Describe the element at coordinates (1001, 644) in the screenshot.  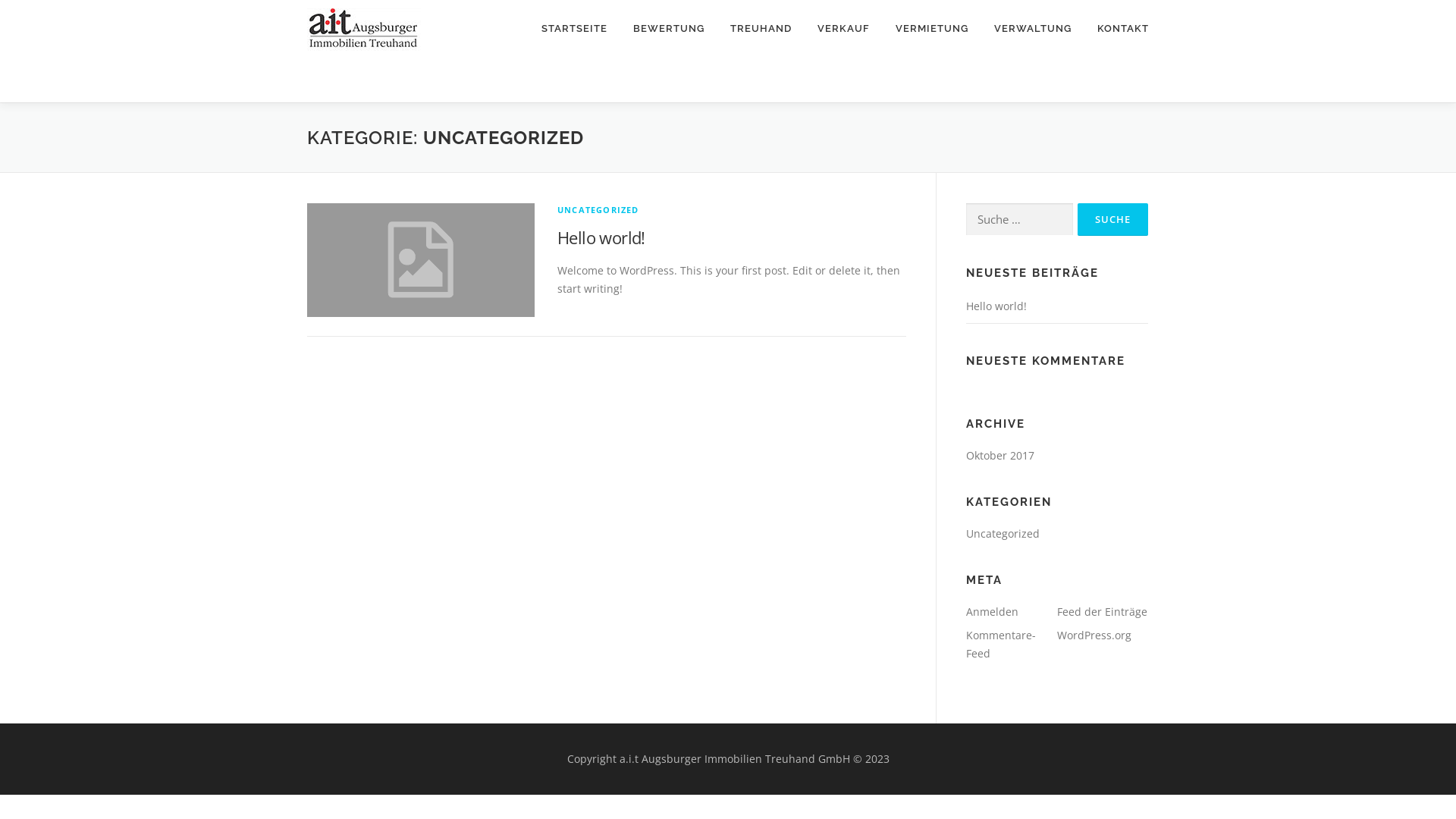
I see `'Kommentare-Feed'` at that location.